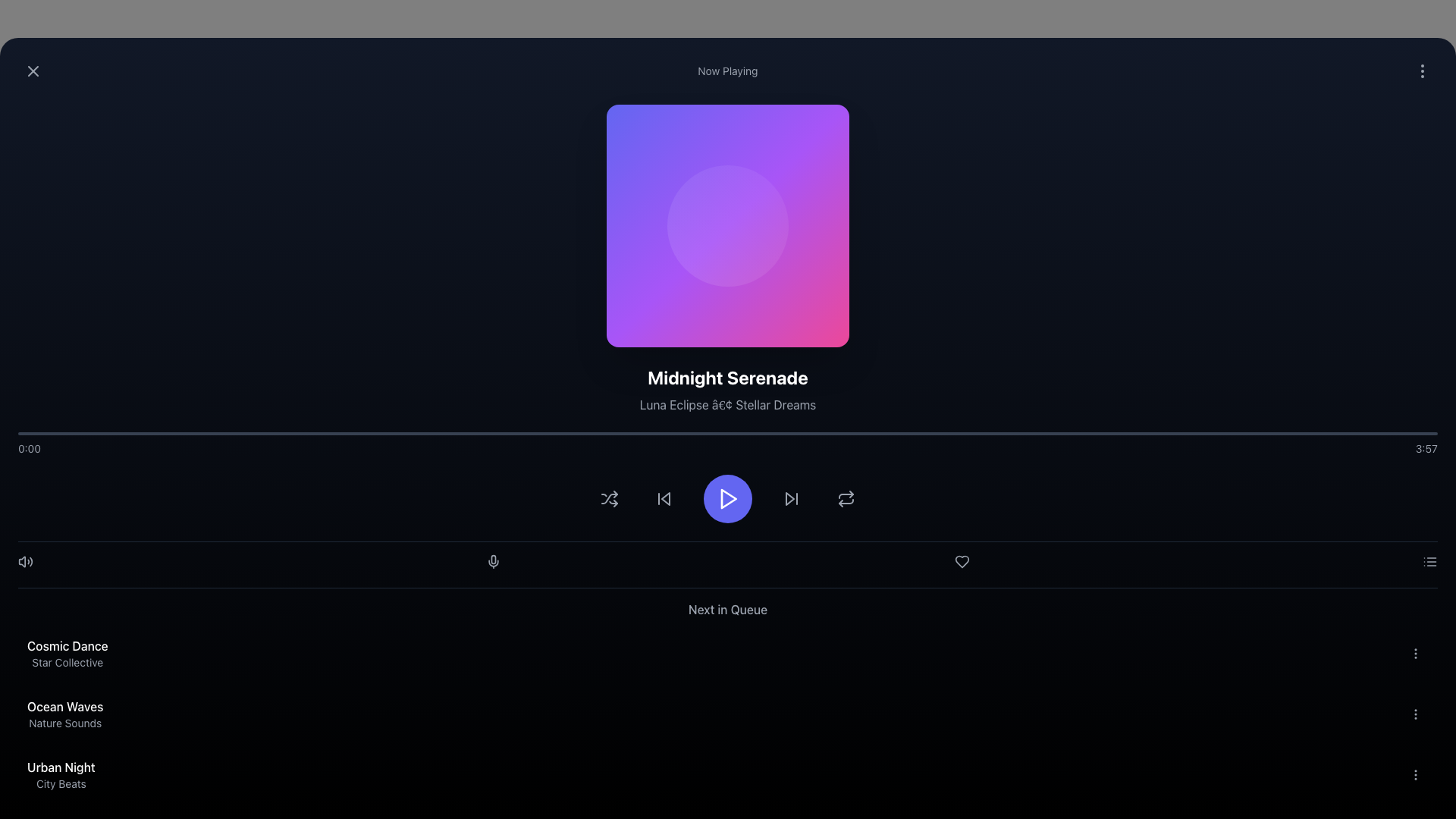 The image size is (1456, 819). I want to click on the heart-shaped icon, which serves as a 'favorites' or 'like' button, located on the right-hand side of the interface near the 'Next in Queue' label, so click(961, 561).